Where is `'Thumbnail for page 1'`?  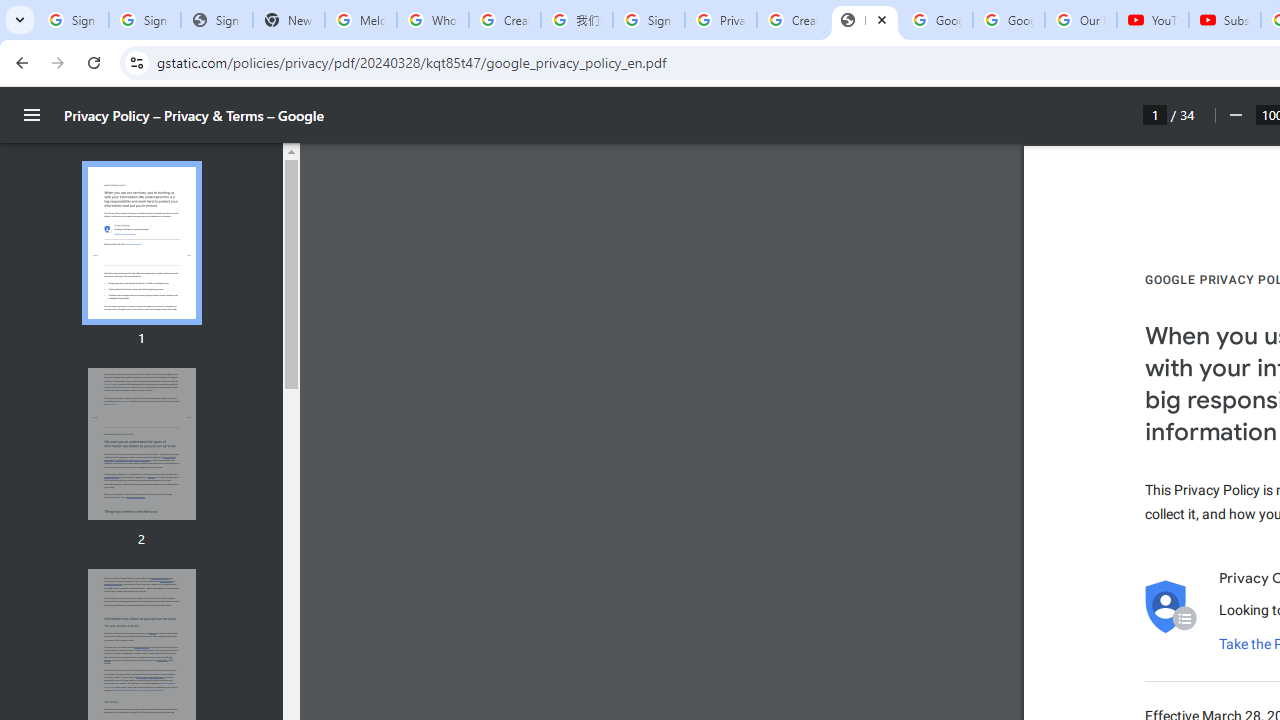
'Thumbnail for page 1' is located at coordinates (140, 242).